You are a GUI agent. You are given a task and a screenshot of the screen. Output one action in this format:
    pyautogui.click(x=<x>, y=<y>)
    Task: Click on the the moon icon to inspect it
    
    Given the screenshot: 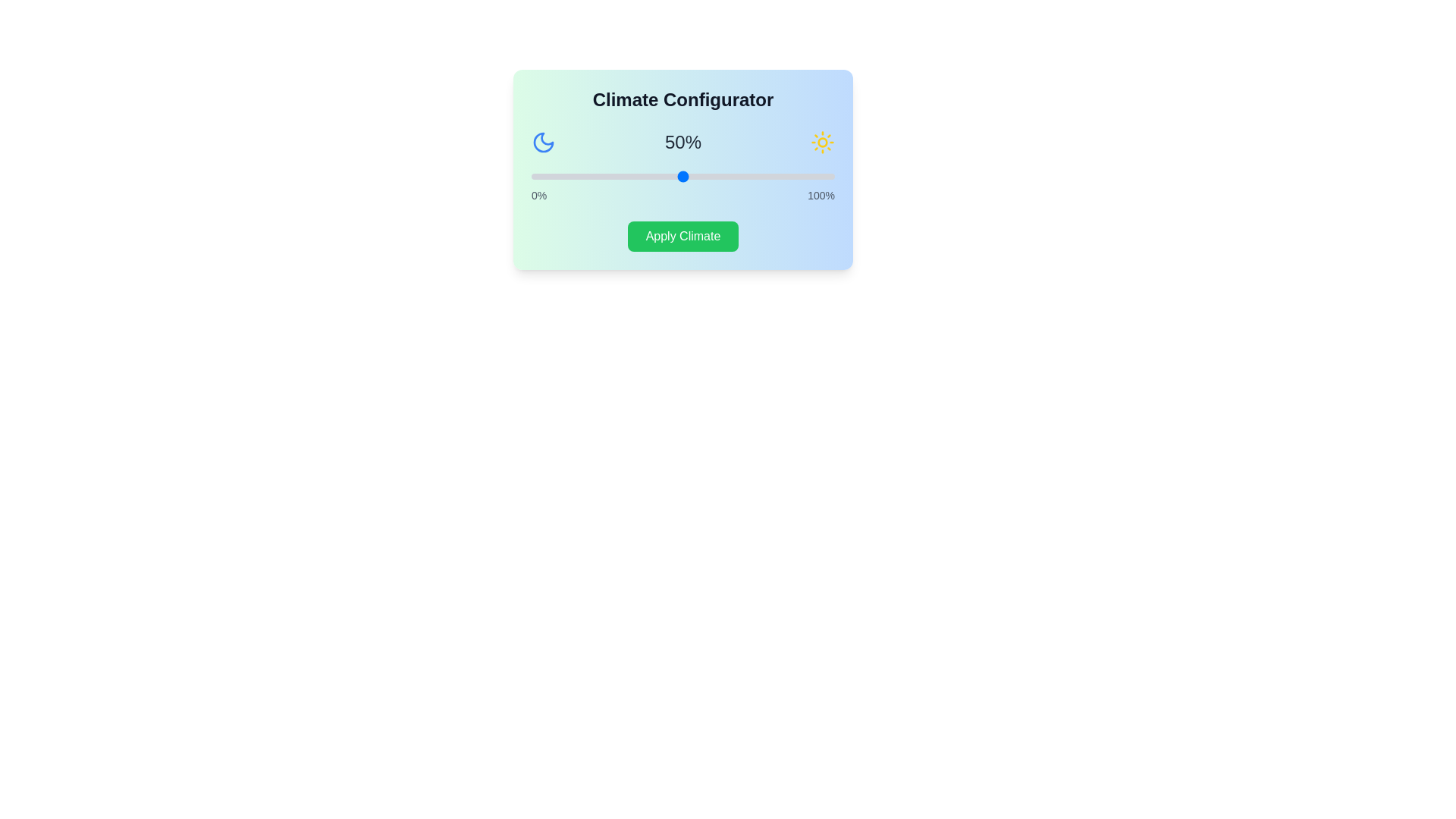 What is the action you would take?
    pyautogui.click(x=543, y=143)
    